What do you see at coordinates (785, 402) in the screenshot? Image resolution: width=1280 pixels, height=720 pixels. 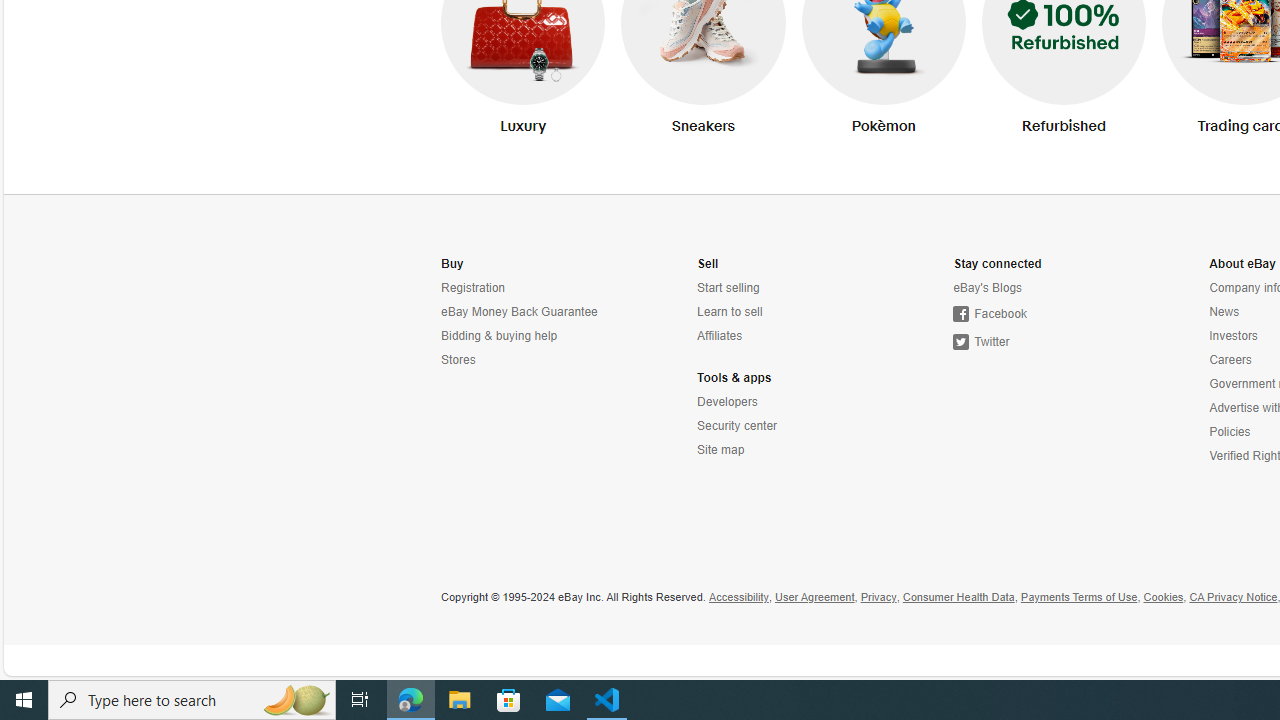 I see `'Developers'` at bounding box center [785, 402].